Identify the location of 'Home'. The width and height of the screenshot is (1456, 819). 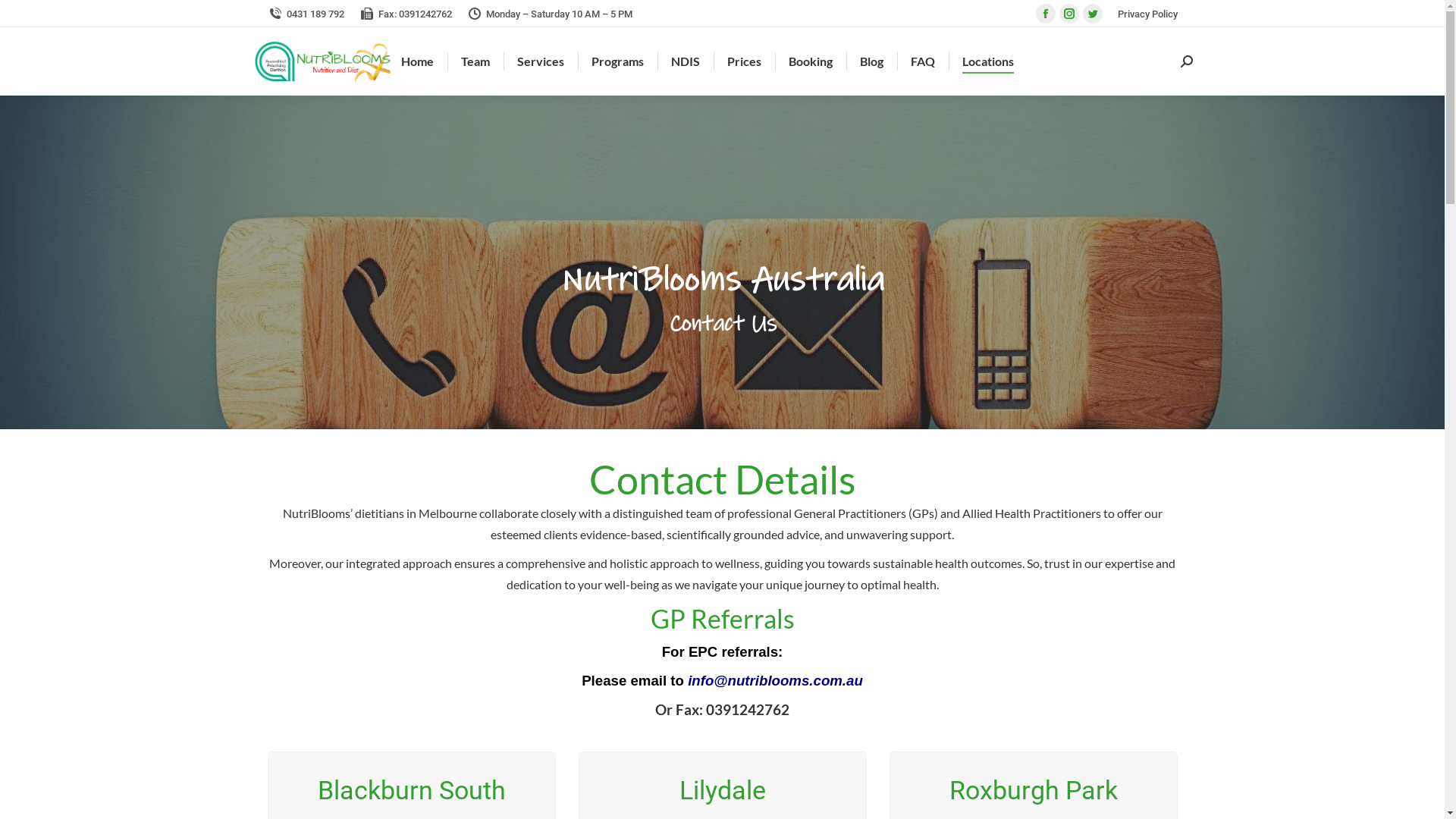
(417, 61).